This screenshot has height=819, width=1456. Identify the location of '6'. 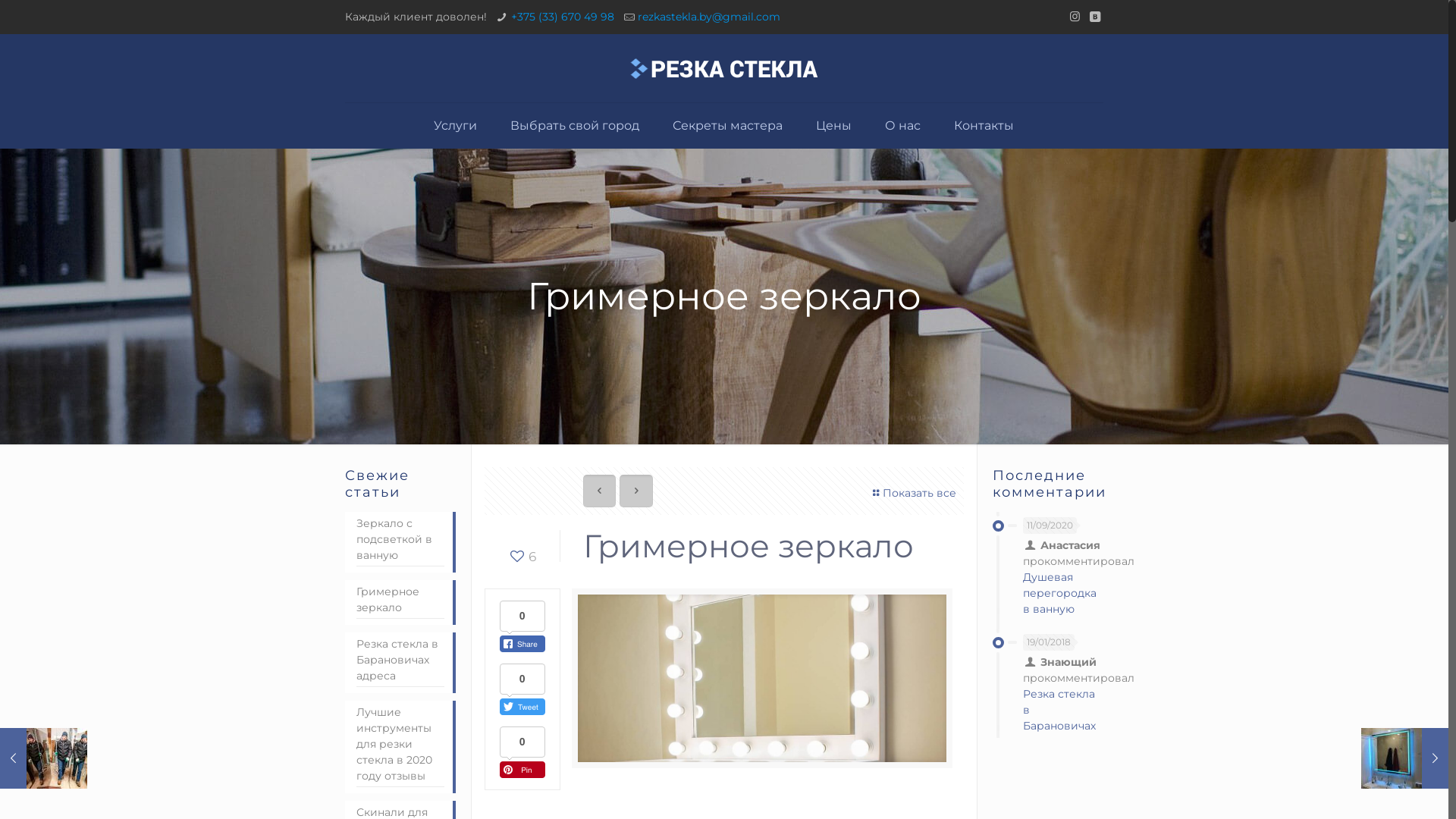
(507, 557).